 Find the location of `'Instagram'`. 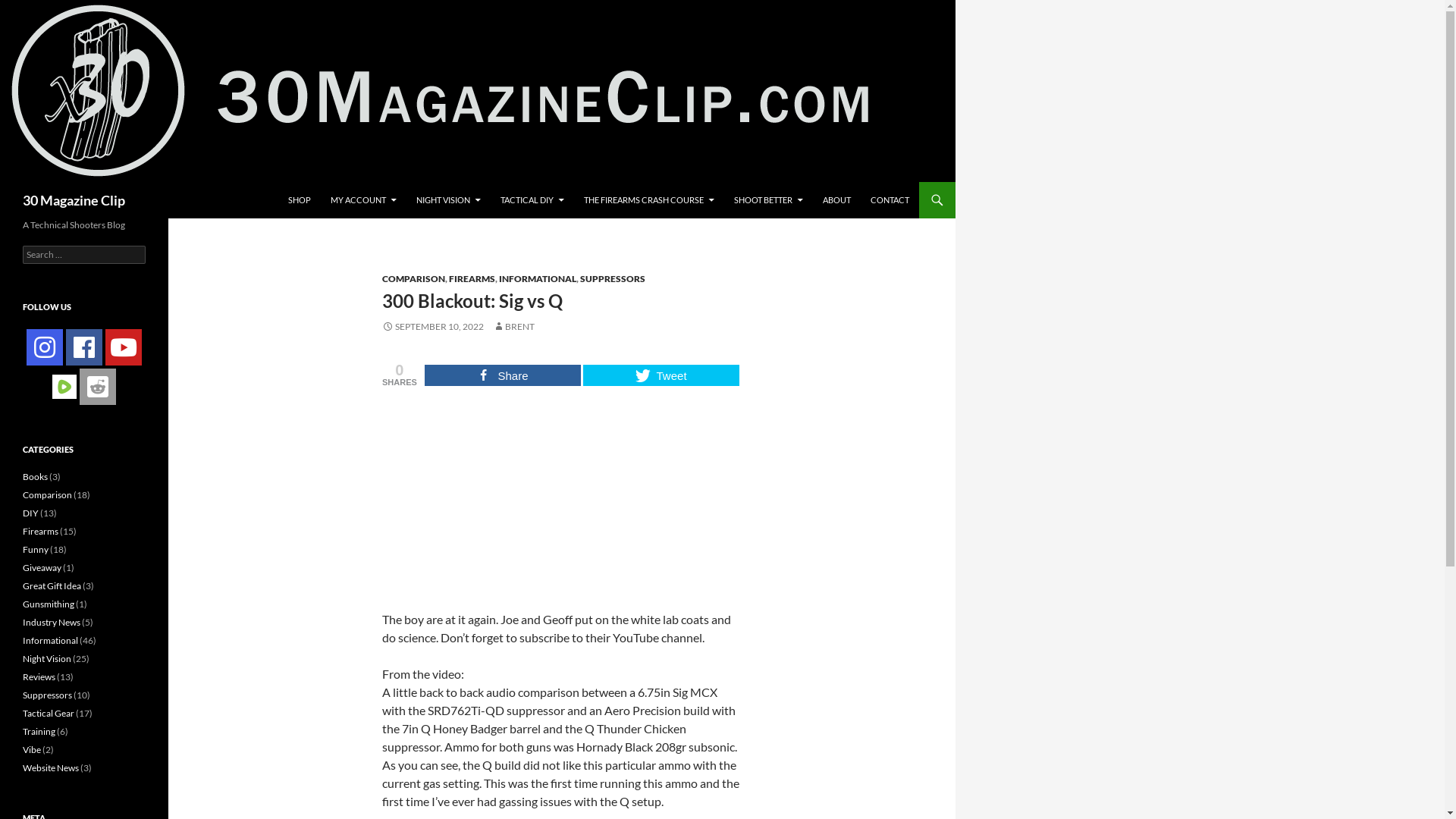

'Instagram' is located at coordinates (44, 347).